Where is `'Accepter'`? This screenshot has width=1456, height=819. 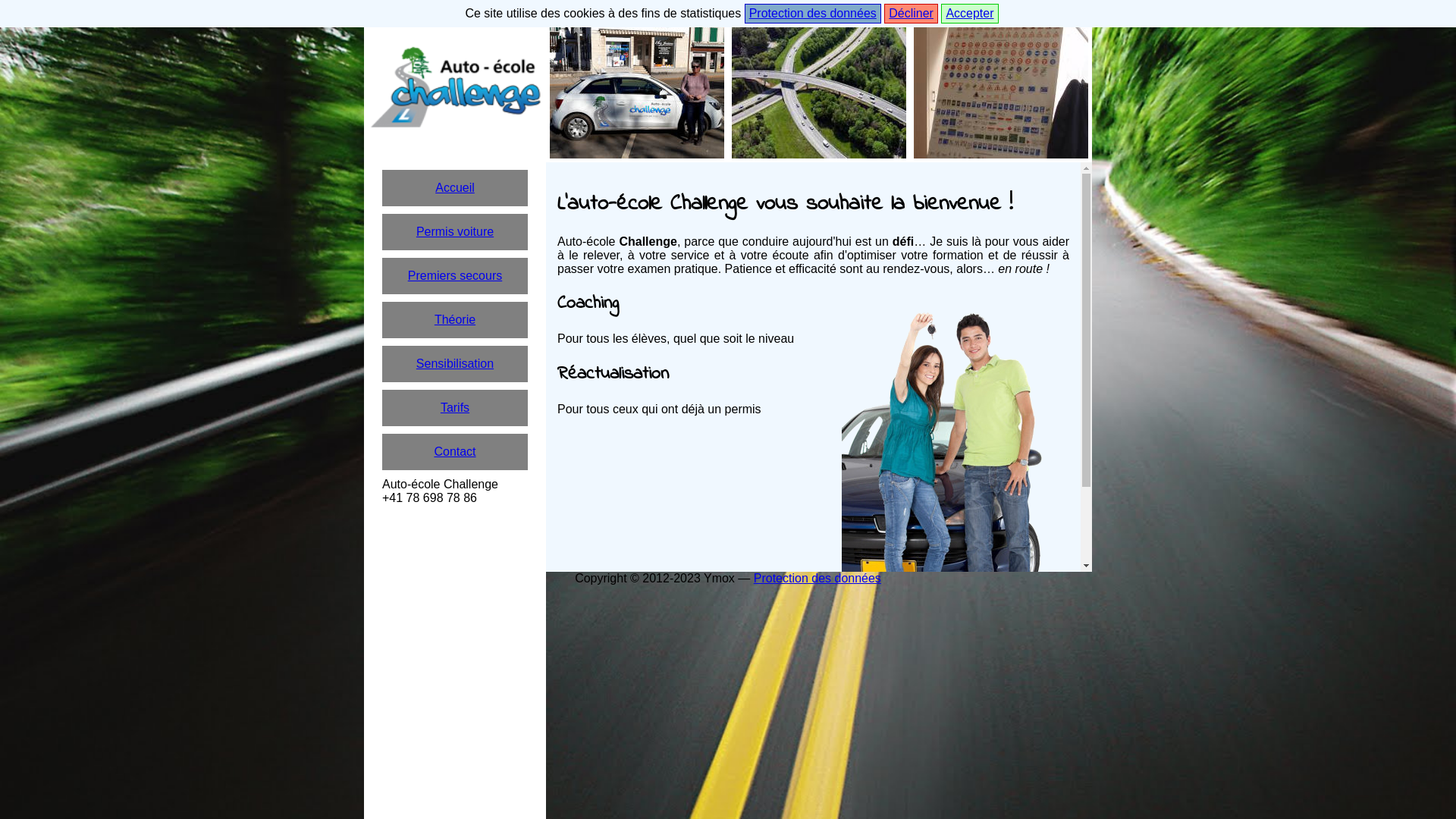
'Accepter' is located at coordinates (968, 14).